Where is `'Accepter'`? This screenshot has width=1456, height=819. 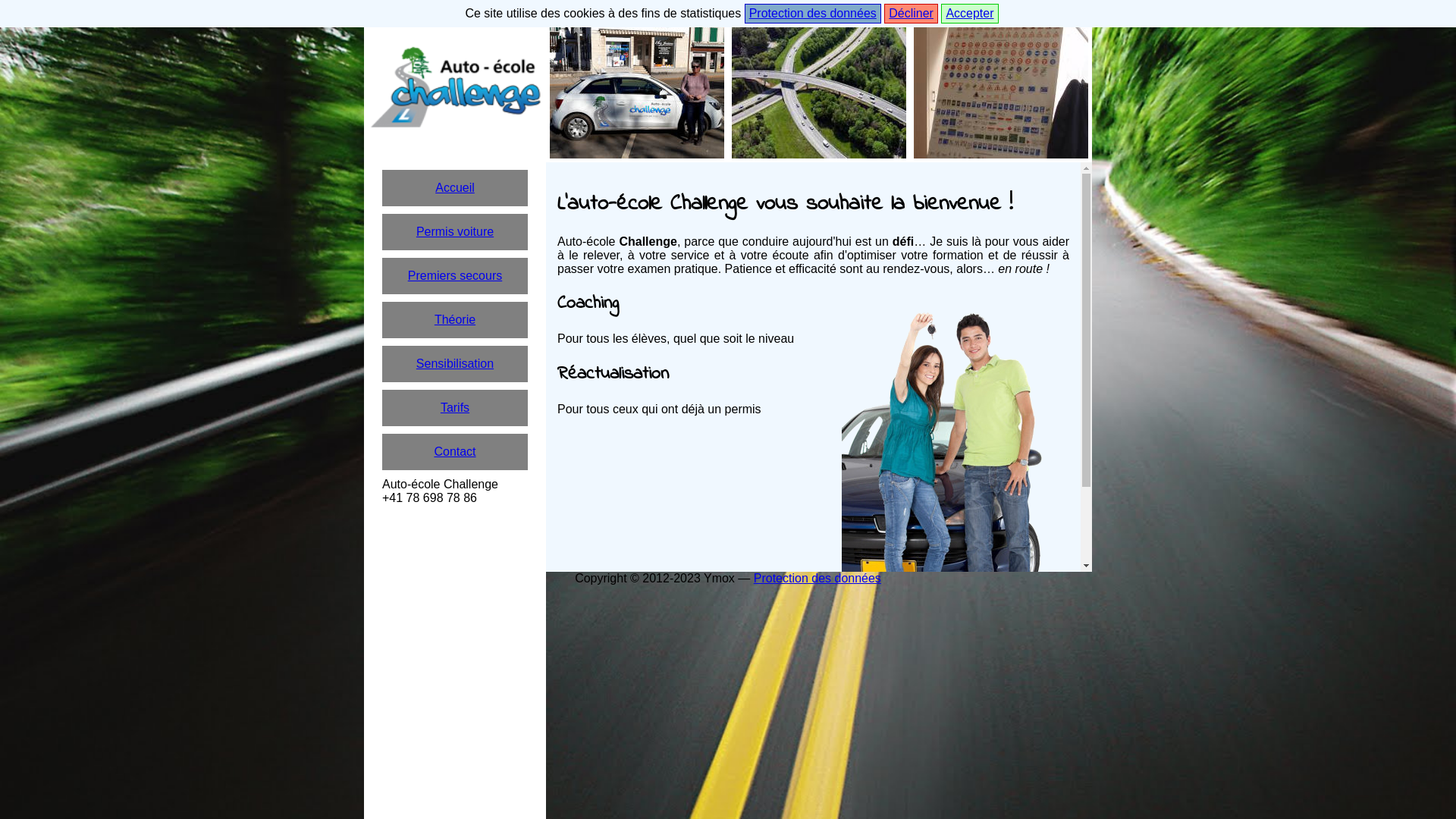
'Accepter' is located at coordinates (968, 14).